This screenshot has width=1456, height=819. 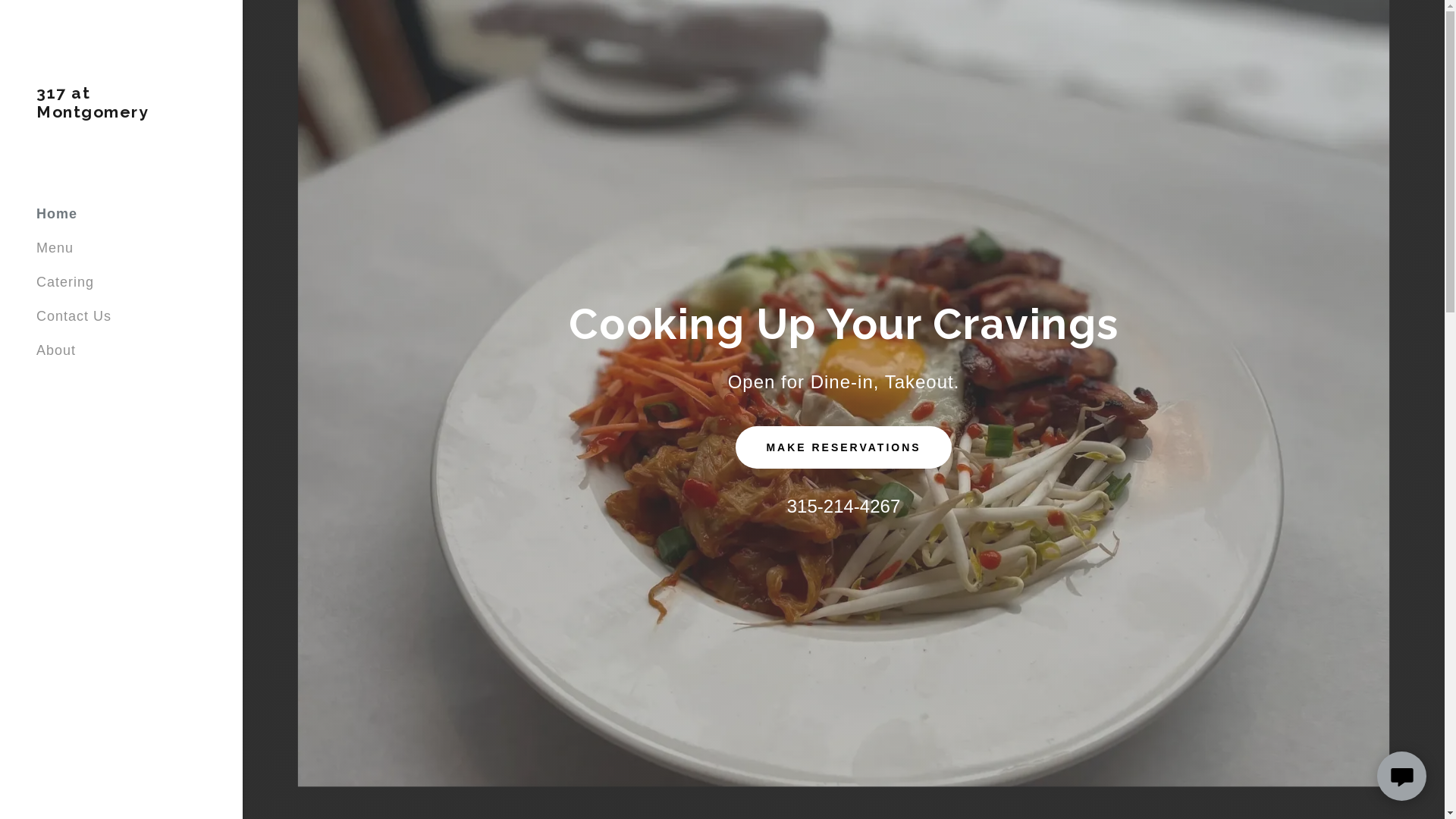 What do you see at coordinates (843, 506) in the screenshot?
I see `'315-214-4267'` at bounding box center [843, 506].